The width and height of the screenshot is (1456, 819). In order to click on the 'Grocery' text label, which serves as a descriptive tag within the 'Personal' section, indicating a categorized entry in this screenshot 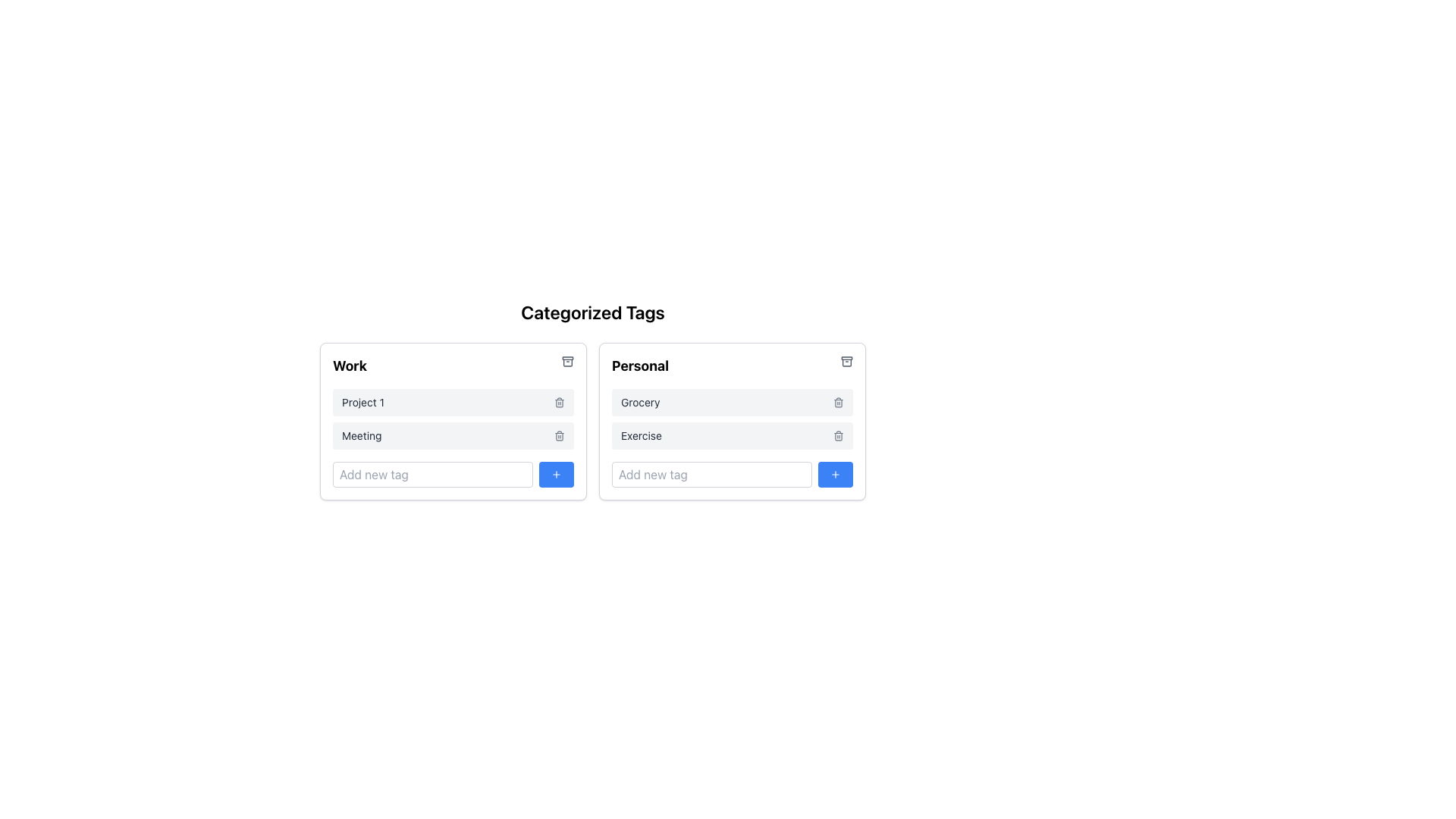, I will do `click(640, 402)`.